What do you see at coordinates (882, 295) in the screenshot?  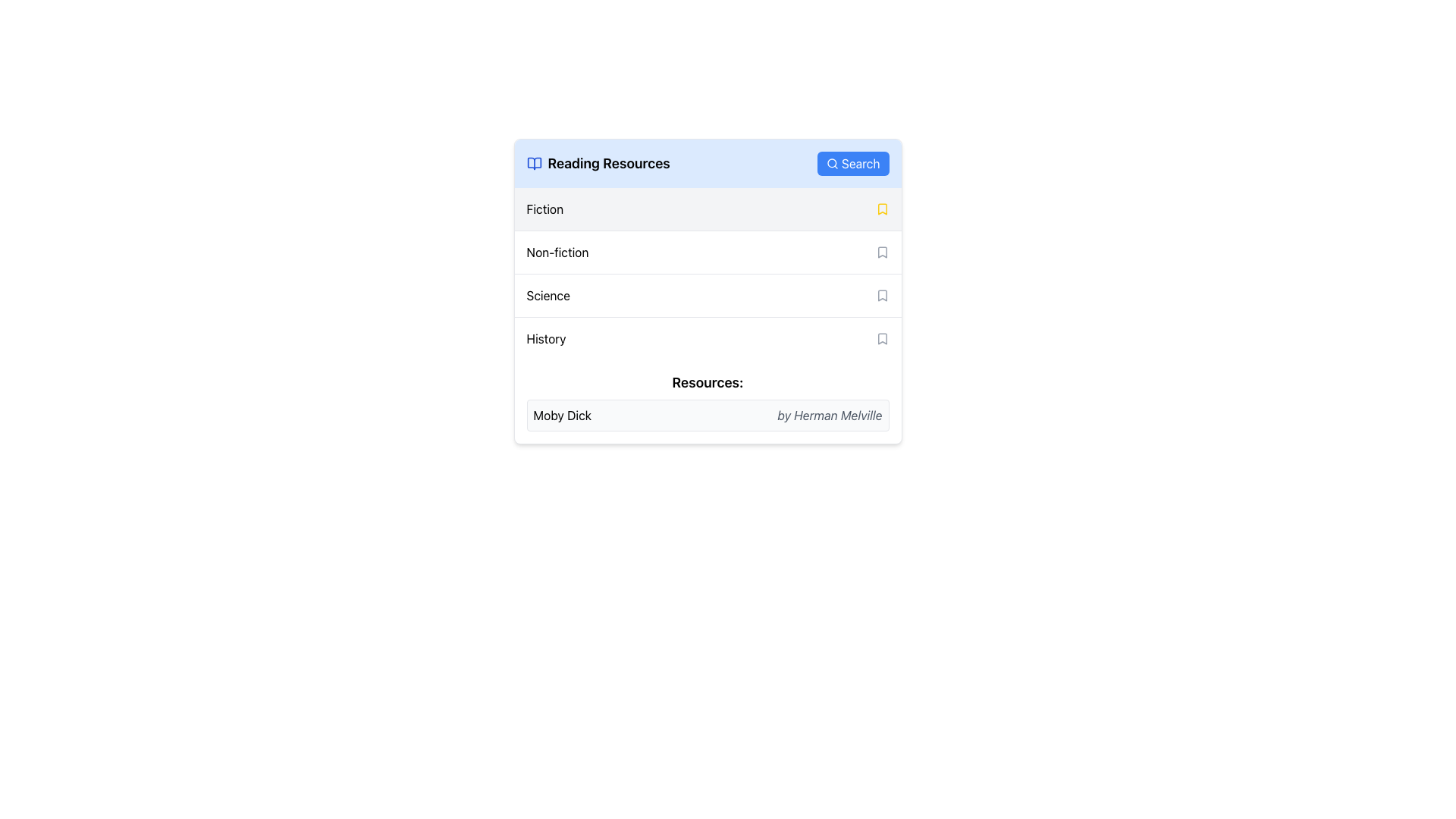 I see `the gray bookmark icon with rounded edges located within the 'Science' row` at bounding box center [882, 295].